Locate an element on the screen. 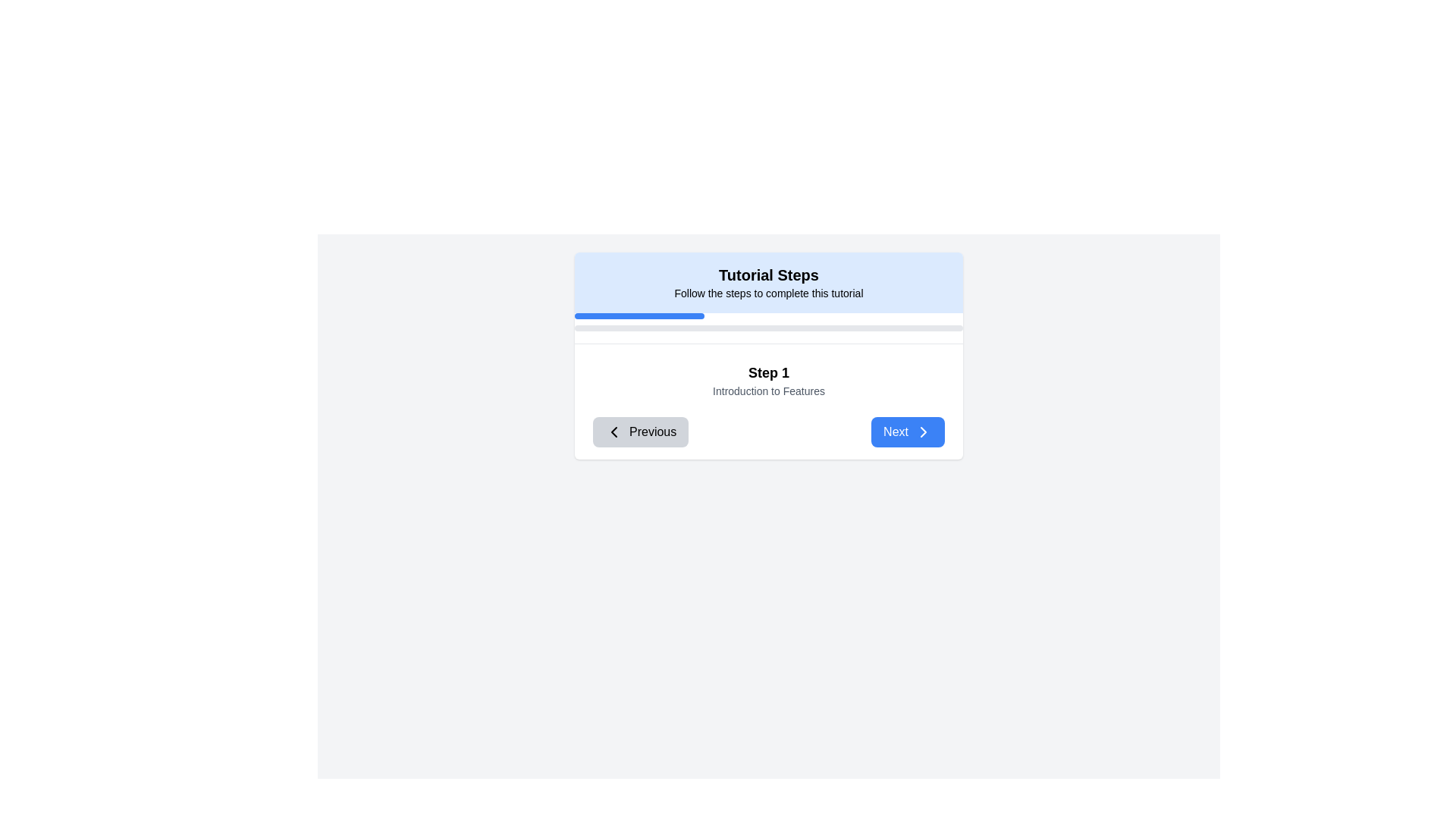 The width and height of the screenshot is (1456, 819). the leftward-pointing chevron icon inside the 'Previous' button is located at coordinates (614, 432).